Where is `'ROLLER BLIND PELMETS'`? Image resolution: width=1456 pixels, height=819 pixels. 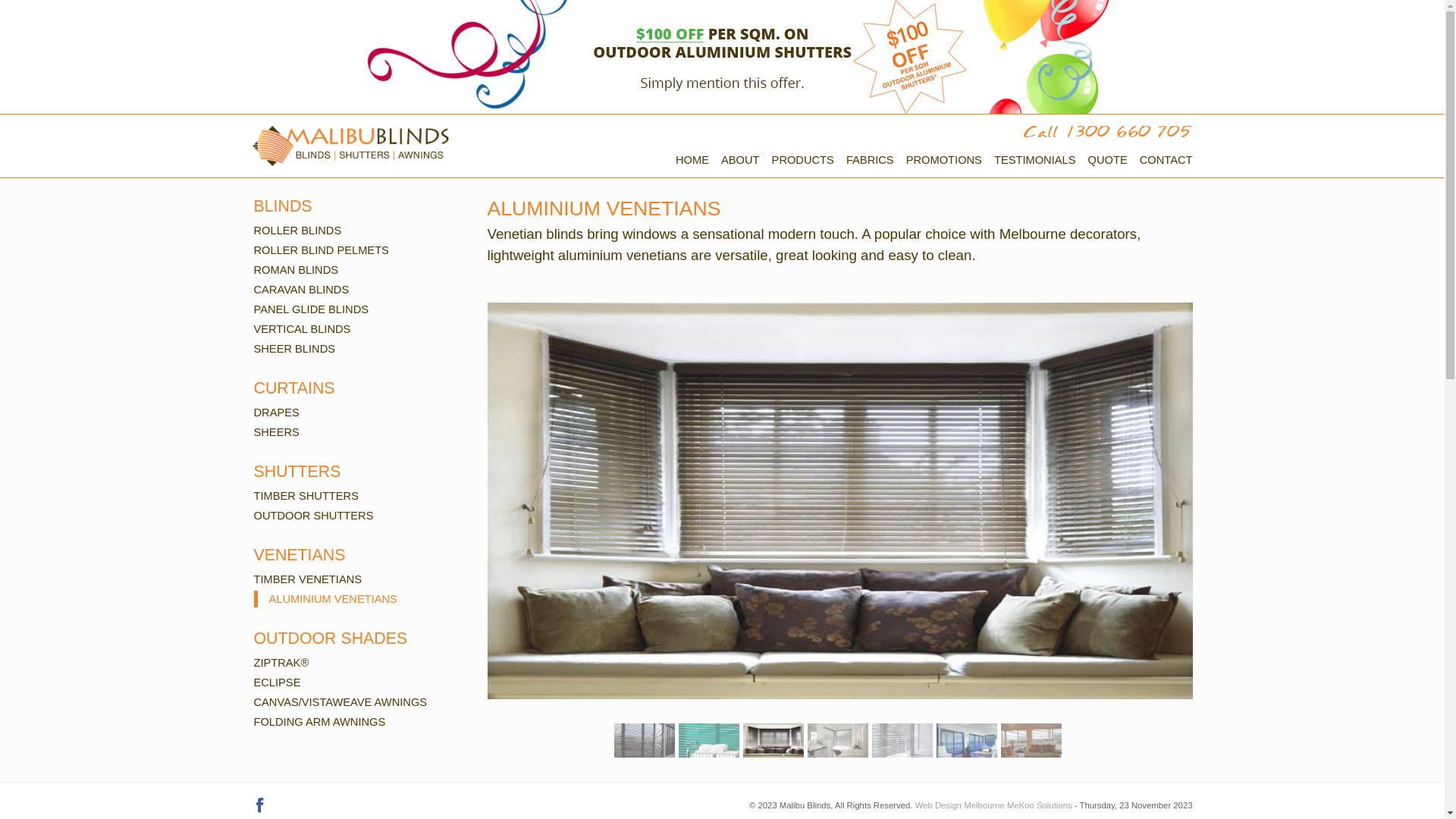 'ROLLER BLIND PELMETS' is located at coordinates (359, 249).